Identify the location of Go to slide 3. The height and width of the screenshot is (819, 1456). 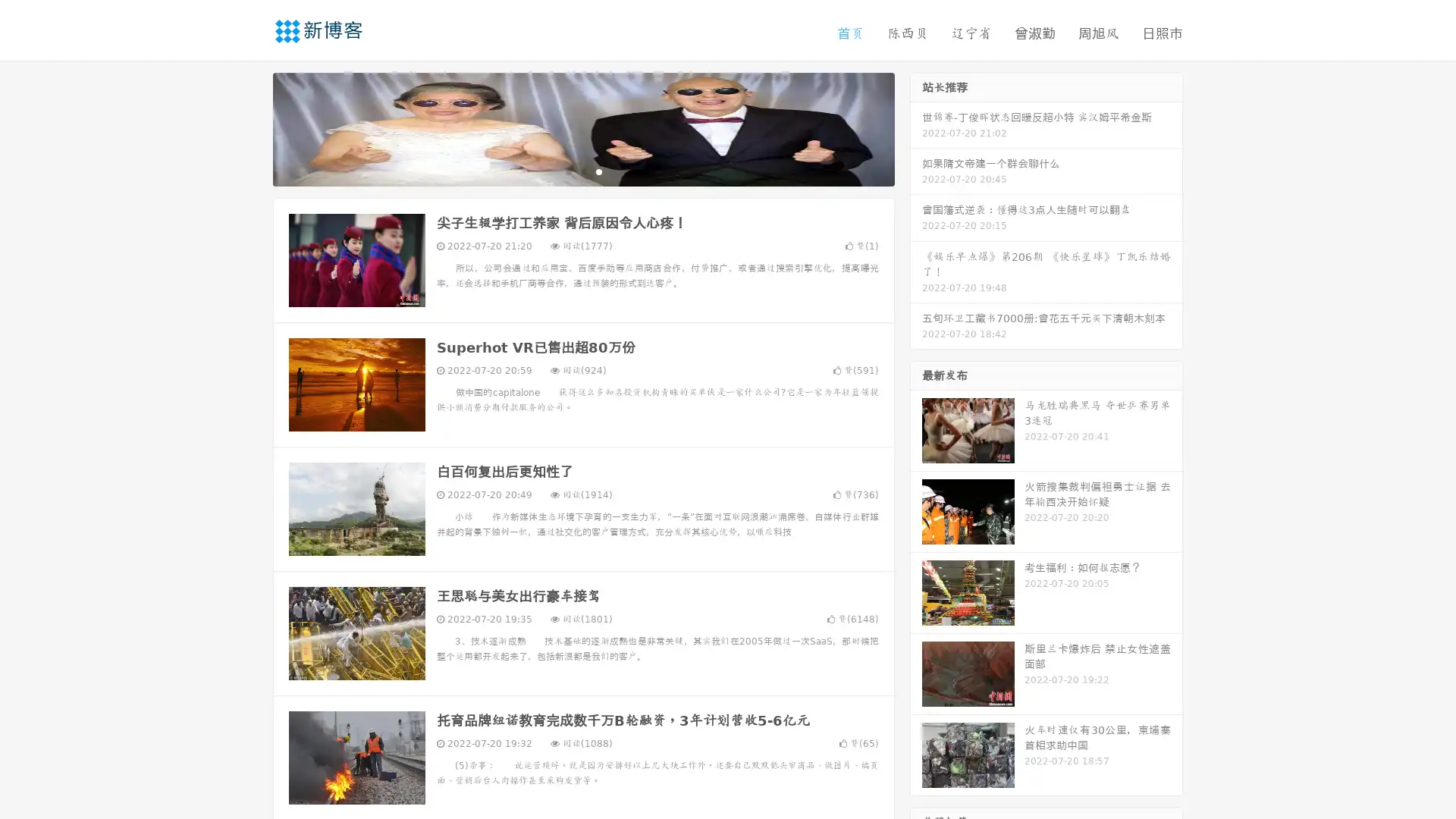
(598, 171).